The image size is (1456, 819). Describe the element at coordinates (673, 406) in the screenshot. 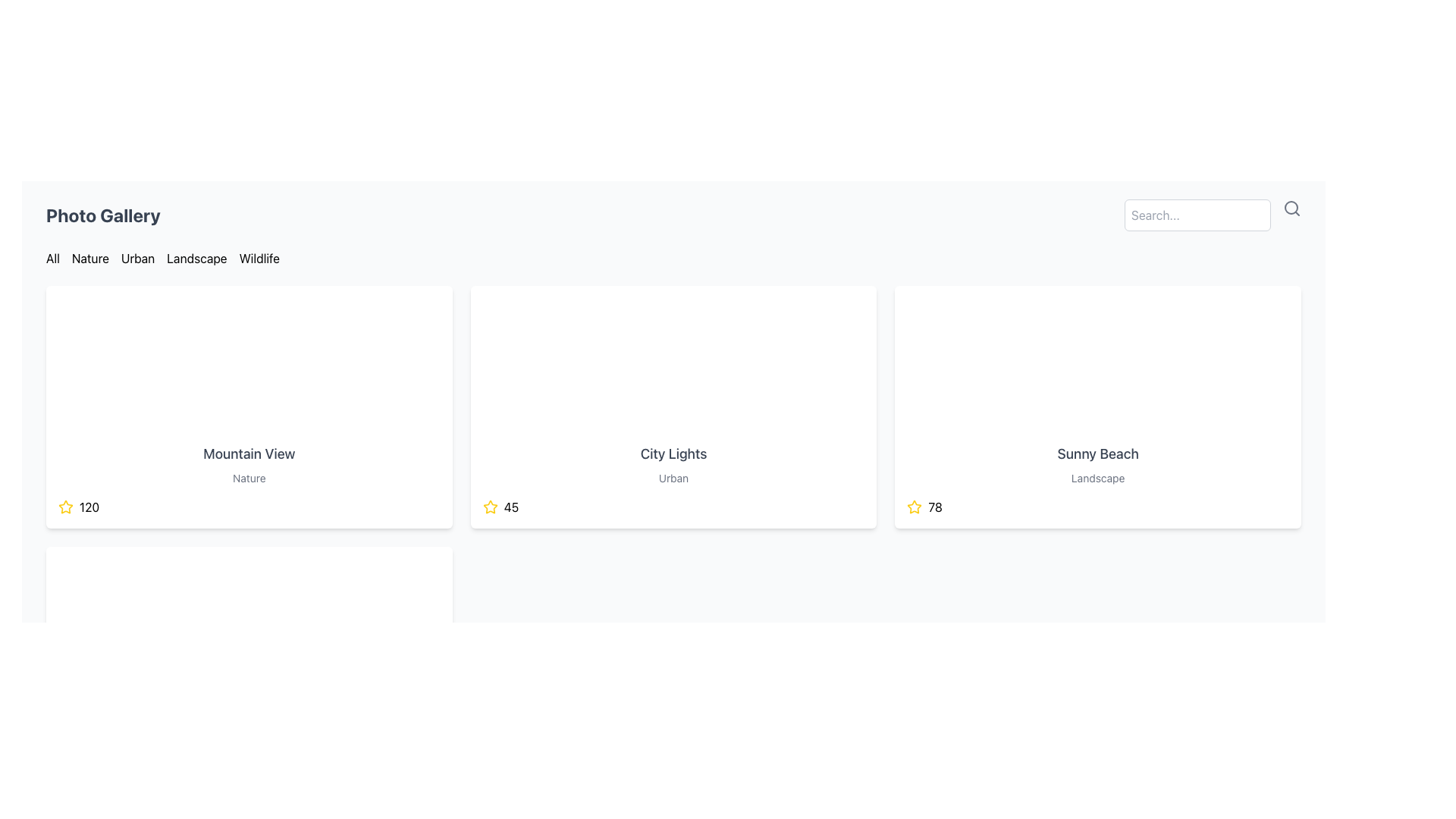

I see `the 'City Lights' card in the photo gallery interface, which is the second card in a row of three cards, displaying an urban theme and a count of '45'` at that location.